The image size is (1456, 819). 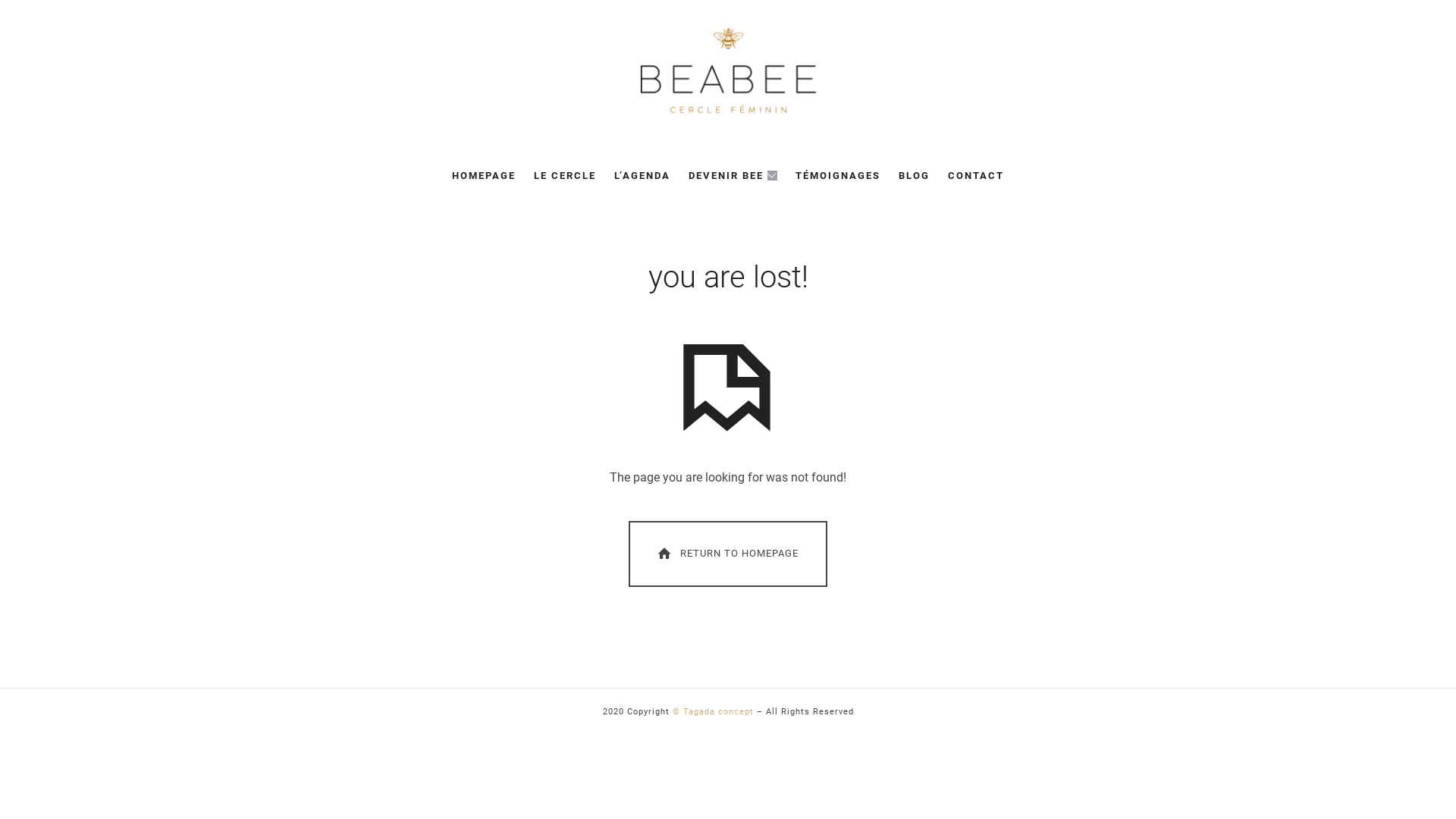 What do you see at coordinates (732, 174) in the screenshot?
I see `'DEVENIR BEE'` at bounding box center [732, 174].